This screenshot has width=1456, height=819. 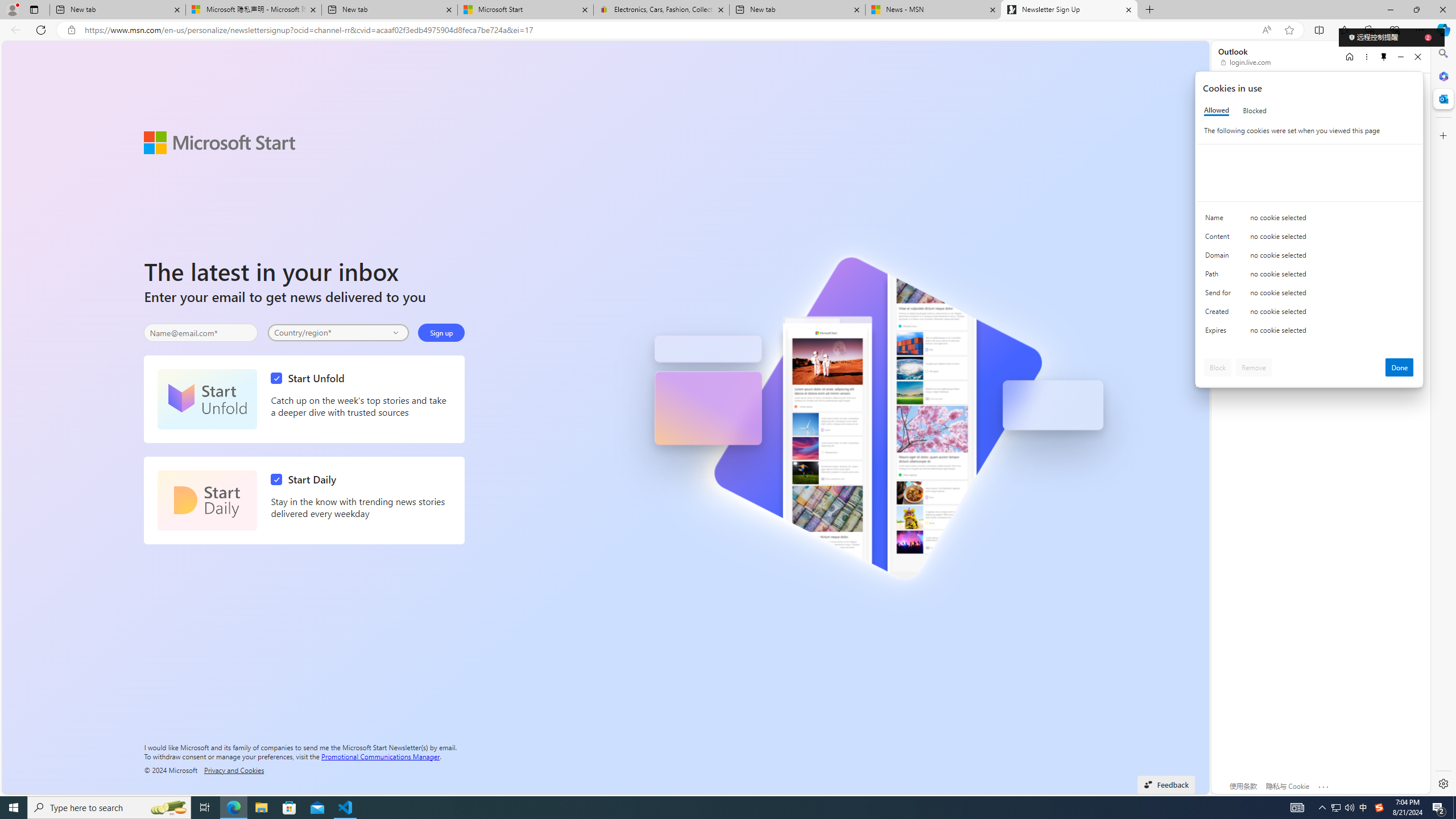 What do you see at coordinates (1219, 295) in the screenshot?
I see `'Send for'` at bounding box center [1219, 295].